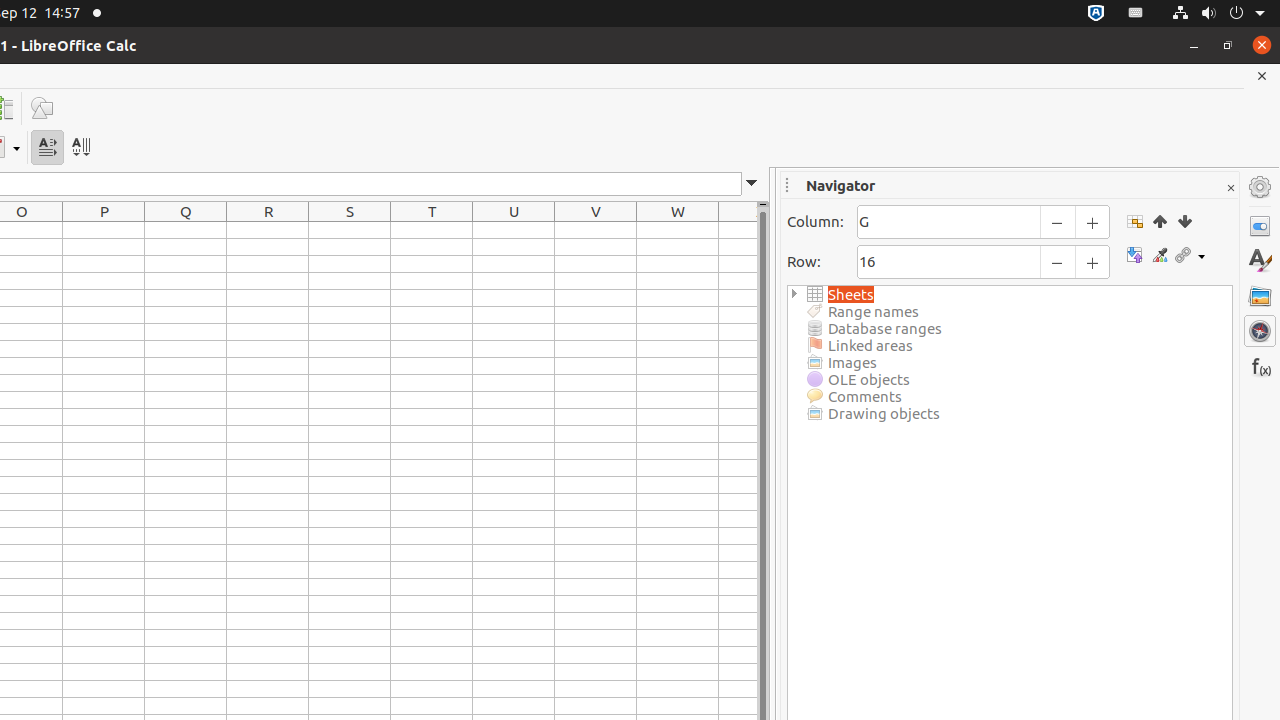 The width and height of the screenshot is (1280, 720). What do you see at coordinates (514, 229) in the screenshot?
I see `'U1'` at bounding box center [514, 229].